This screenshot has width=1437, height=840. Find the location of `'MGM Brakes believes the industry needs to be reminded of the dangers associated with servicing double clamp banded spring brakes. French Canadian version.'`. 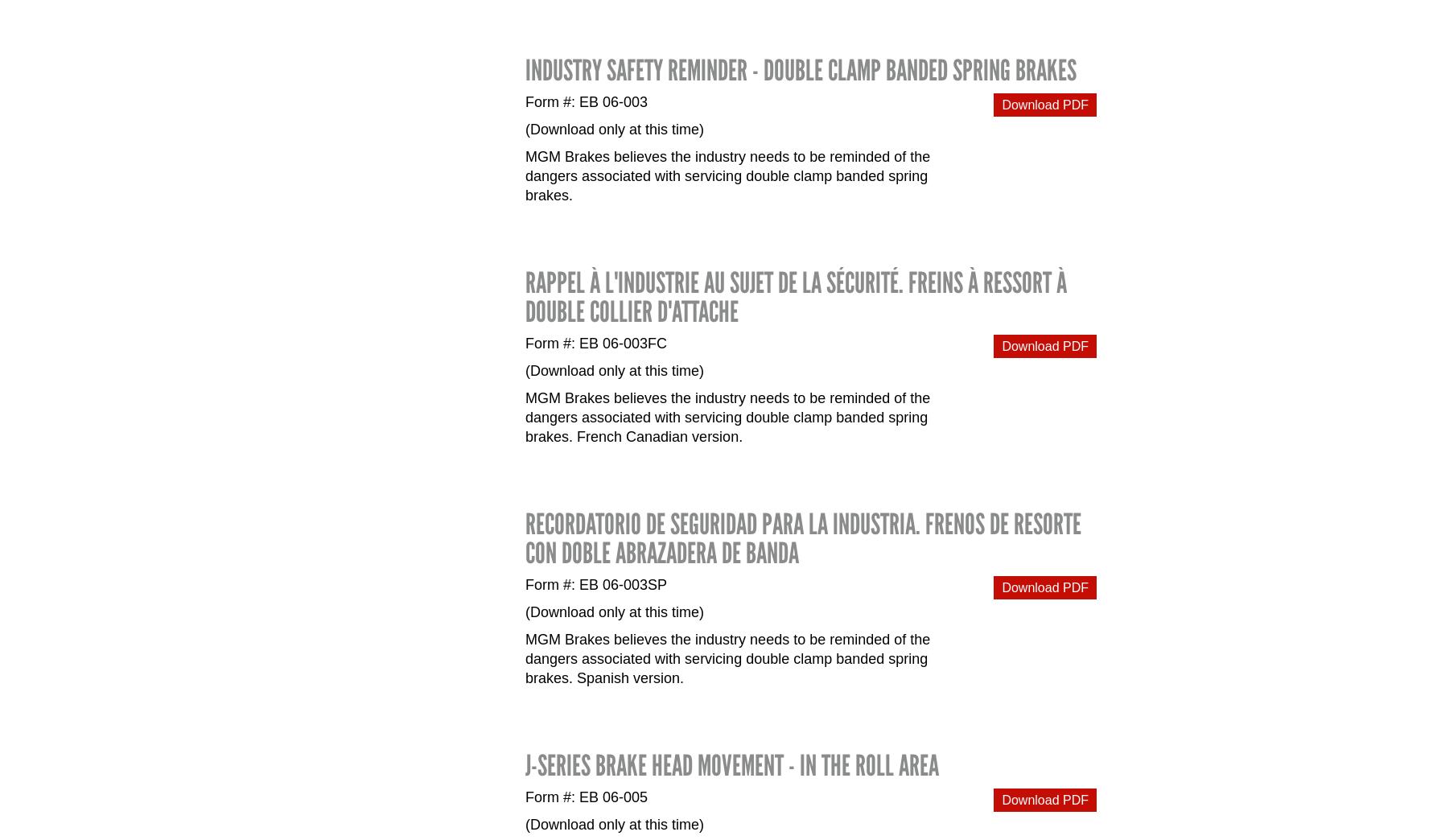

'MGM Brakes believes the industry needs to be reminded of the dangers associated with servicing double clamp banded spring brakes. French Canadian version.' is located at coordinates (727, 417).